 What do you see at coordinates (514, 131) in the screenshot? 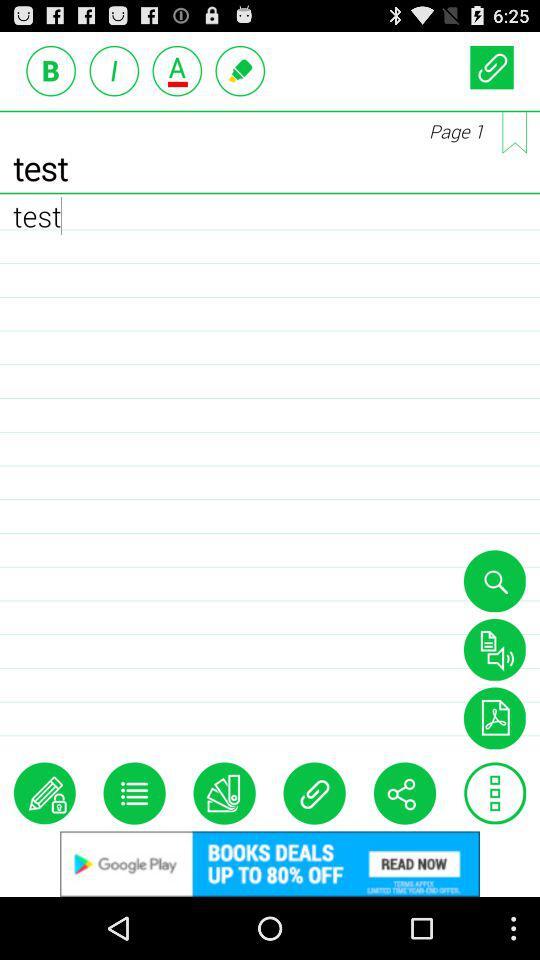
I see `page change option` at bounding box center [514, 131].